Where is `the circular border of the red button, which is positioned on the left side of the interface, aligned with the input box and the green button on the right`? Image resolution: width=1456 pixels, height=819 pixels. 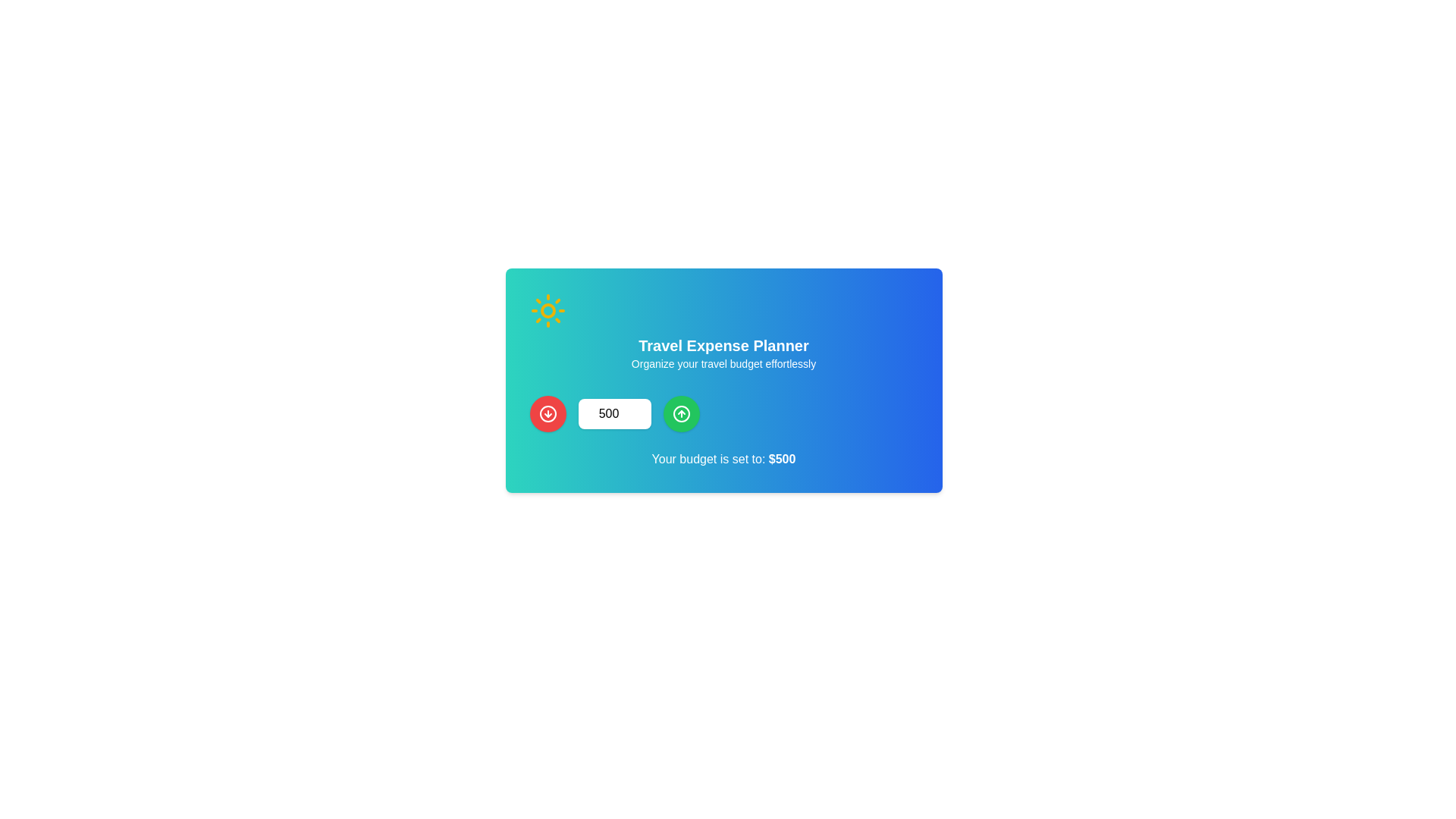
the circular border of the red button, which is positioned on the left side of the interface, aligned with the input box and the green button on the right is located at coordinates (547, 414).